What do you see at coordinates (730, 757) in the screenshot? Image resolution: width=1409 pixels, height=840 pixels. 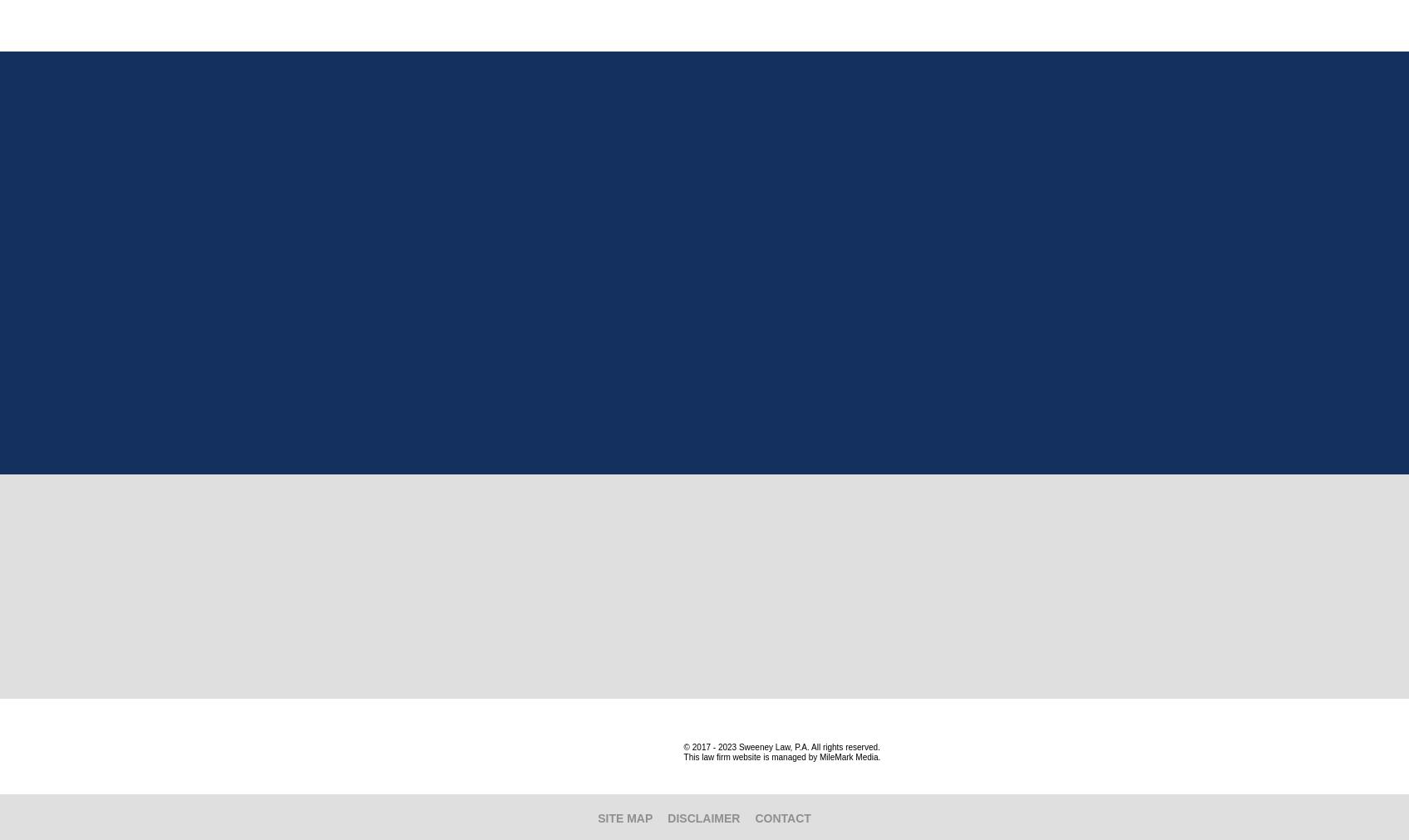 I see `'law firm website'` at bounding box center [730, 757].